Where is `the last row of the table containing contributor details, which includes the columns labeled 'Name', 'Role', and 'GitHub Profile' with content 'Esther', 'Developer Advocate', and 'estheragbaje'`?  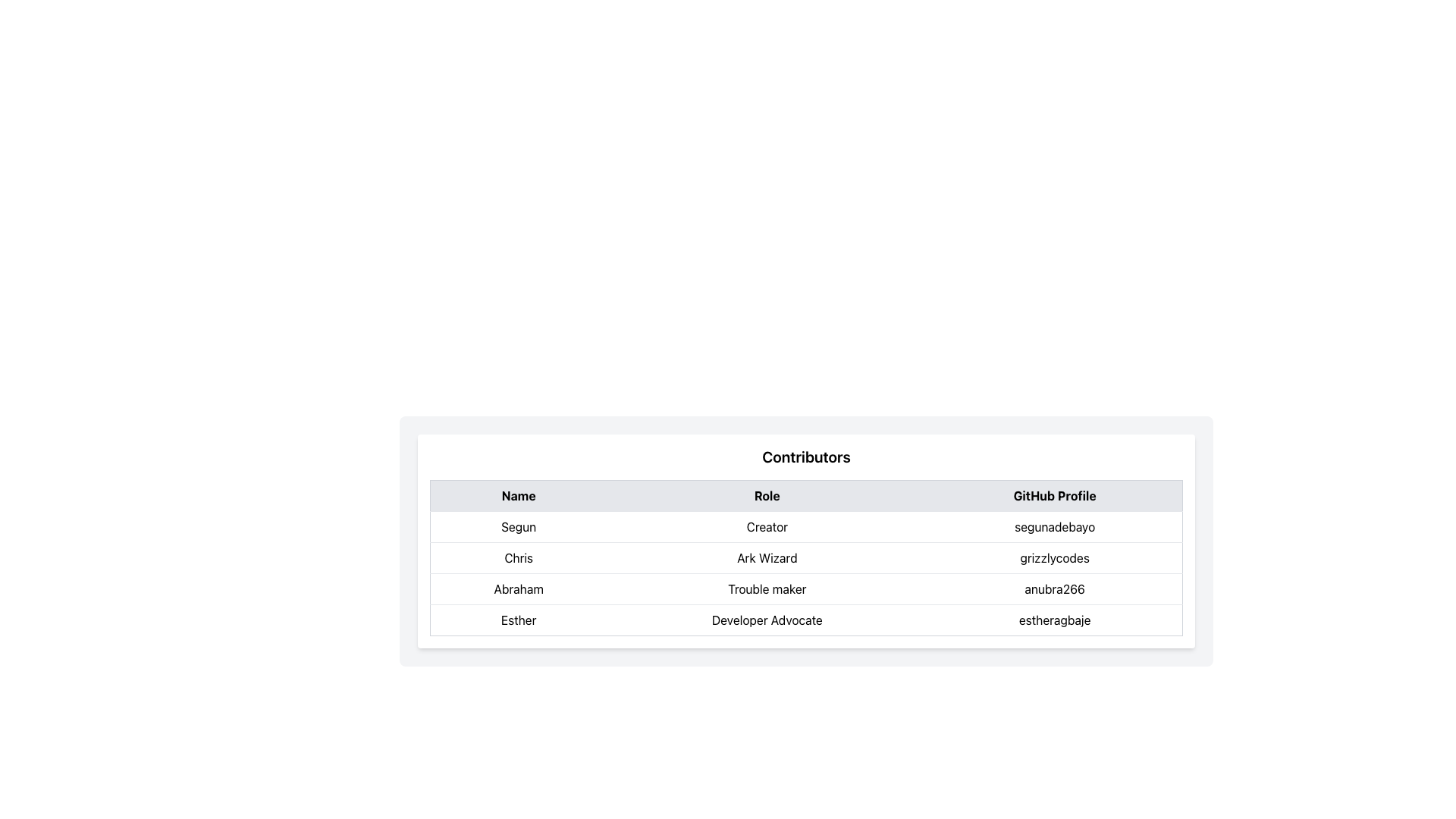 the last row of the table containing contributor details, which includes the columns labeled 'Name', 'Role', and 'GitHub Profile' with content 'Esther', 'Developer Advocate', and 'estheragbaje' is located at coordinates (805, 620).